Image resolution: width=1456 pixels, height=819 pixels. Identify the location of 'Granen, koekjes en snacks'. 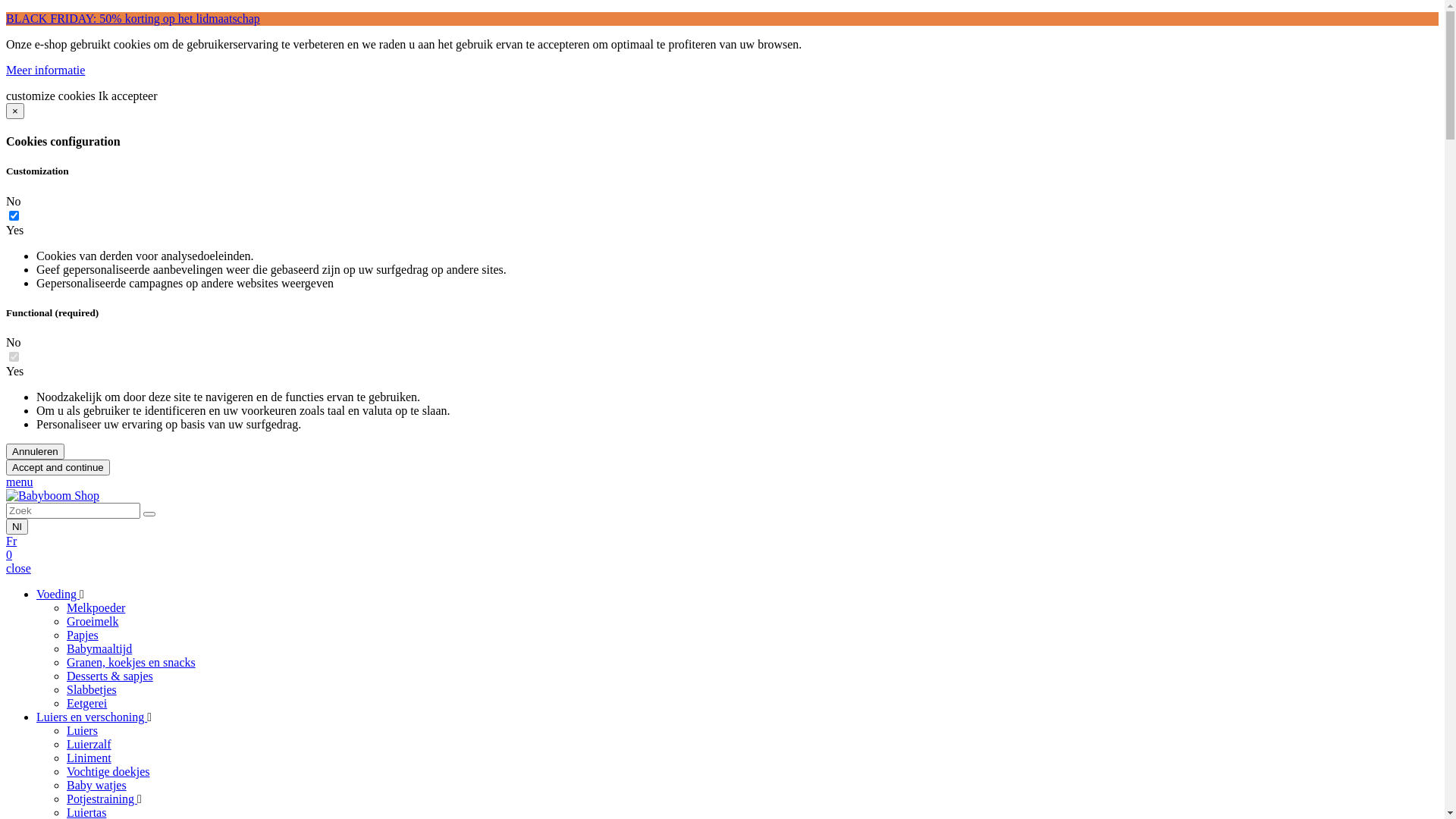
(130, 661).